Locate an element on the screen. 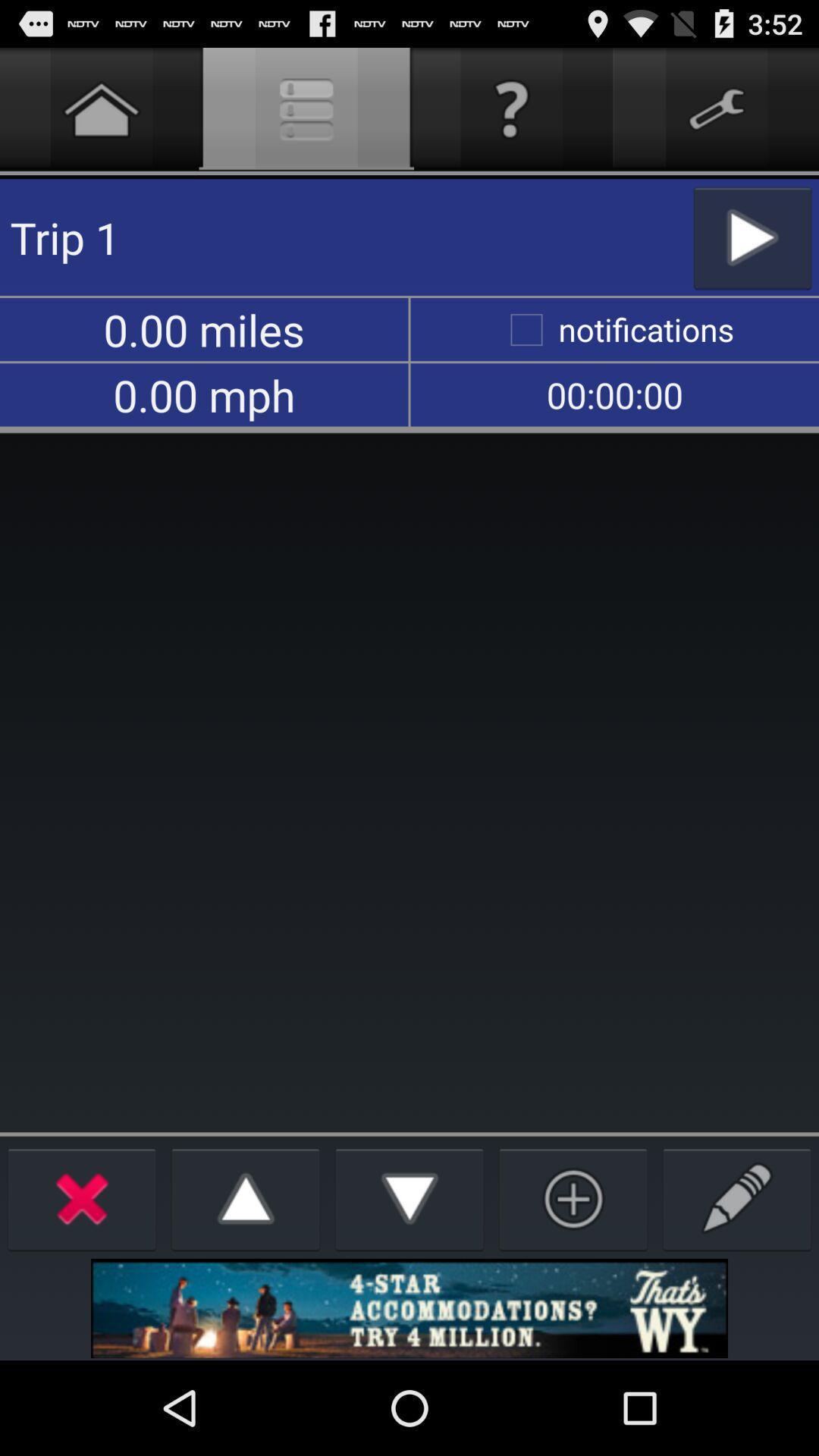 Image resolution: width=819 pixels, height=1456 pixels. the close icon is located at coordinates (82, 1282).